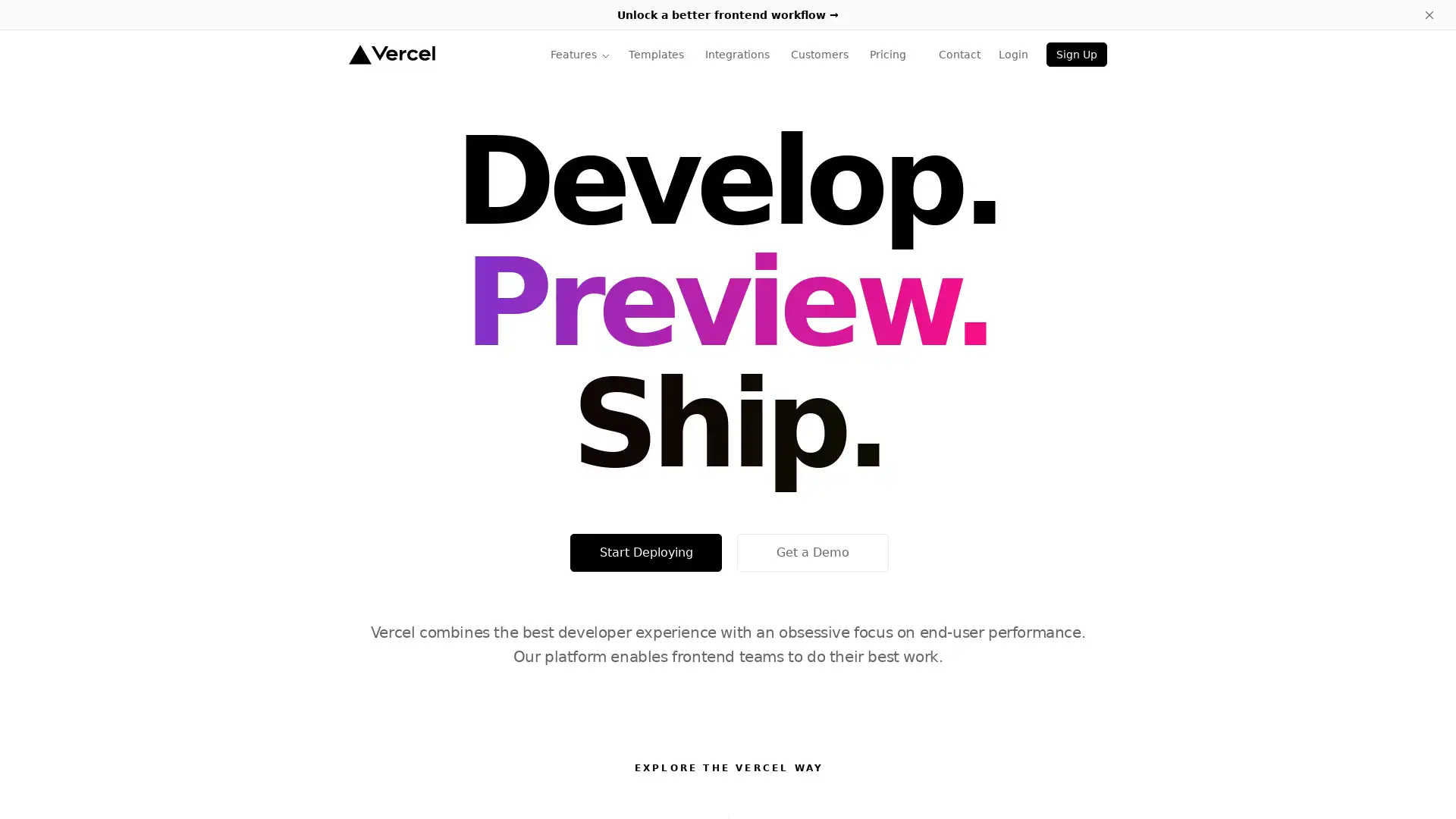  Describe the element at coordinates (579, 54) in the screenshot. I see `Features` at that location.